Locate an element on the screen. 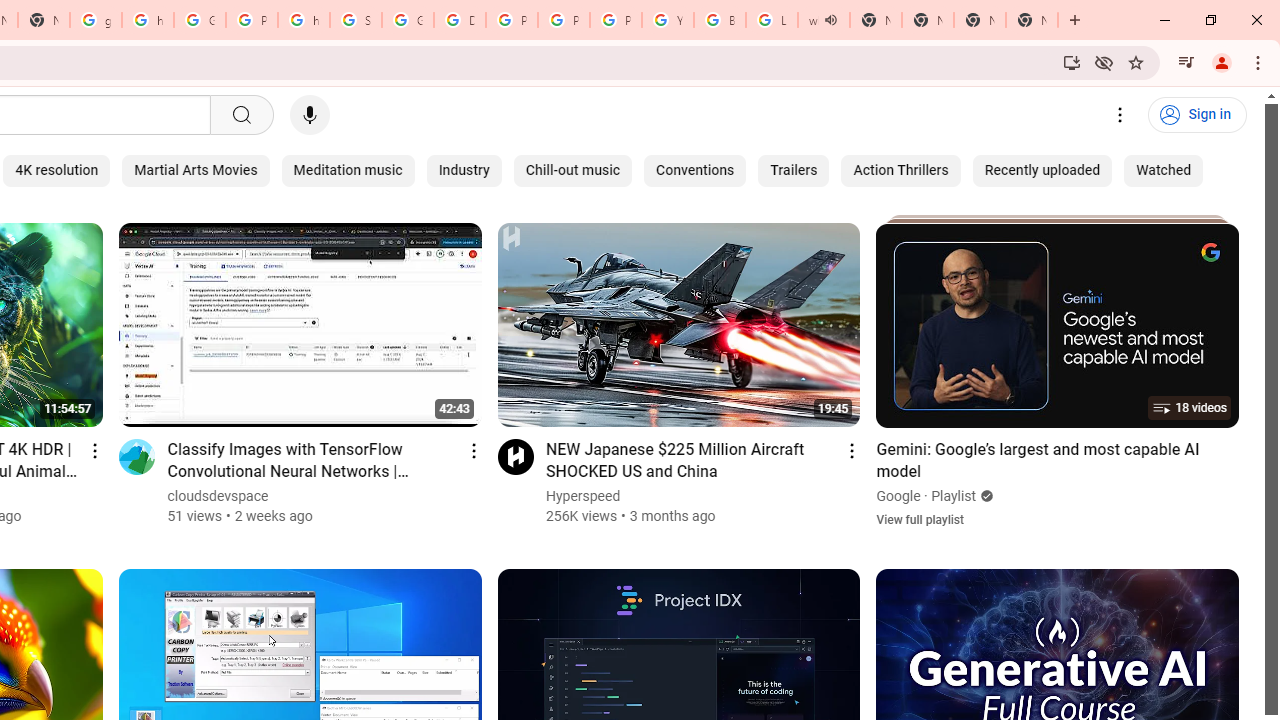 The image size is (1280, 720). 'Sign in' is located at coordinates (1197, 115).